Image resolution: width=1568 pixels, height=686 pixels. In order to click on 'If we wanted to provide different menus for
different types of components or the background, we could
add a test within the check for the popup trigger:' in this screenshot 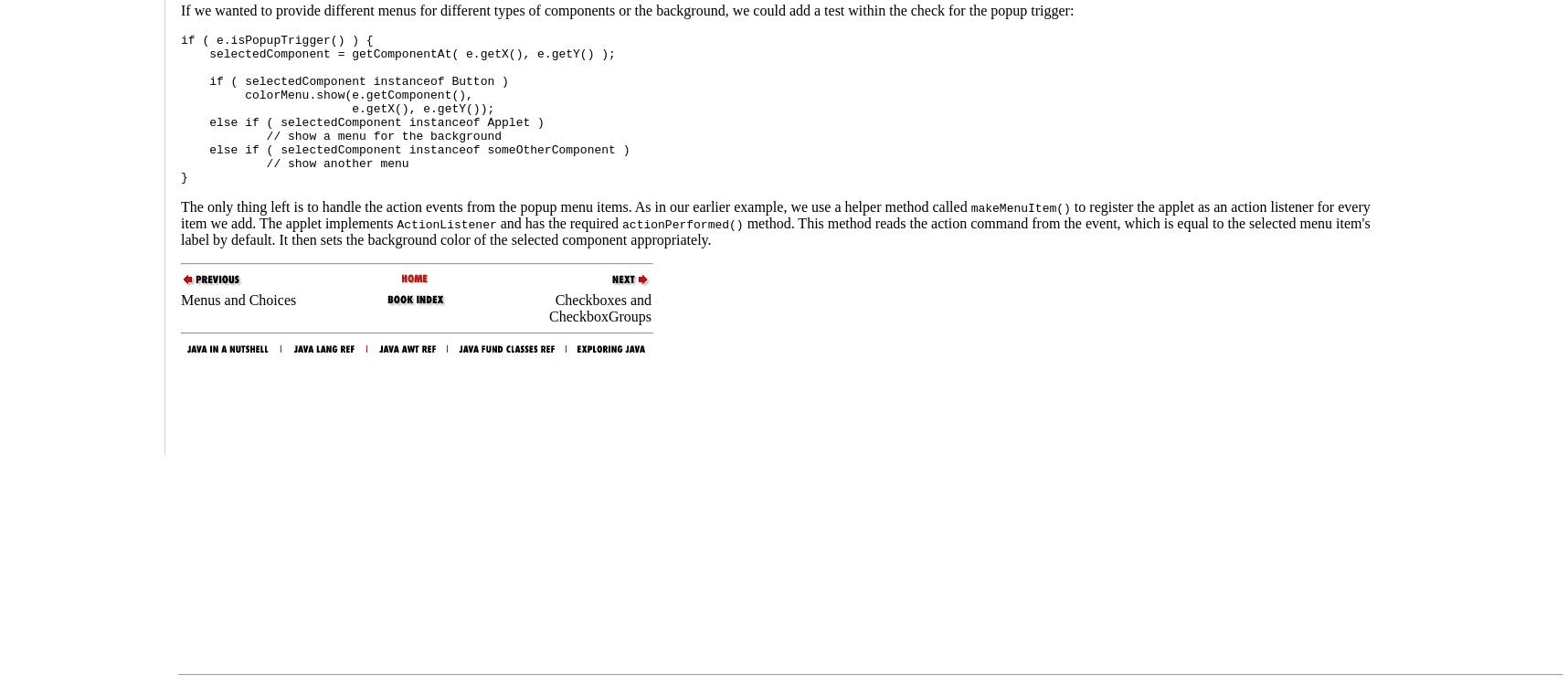, I will do `click(181, 10)`.